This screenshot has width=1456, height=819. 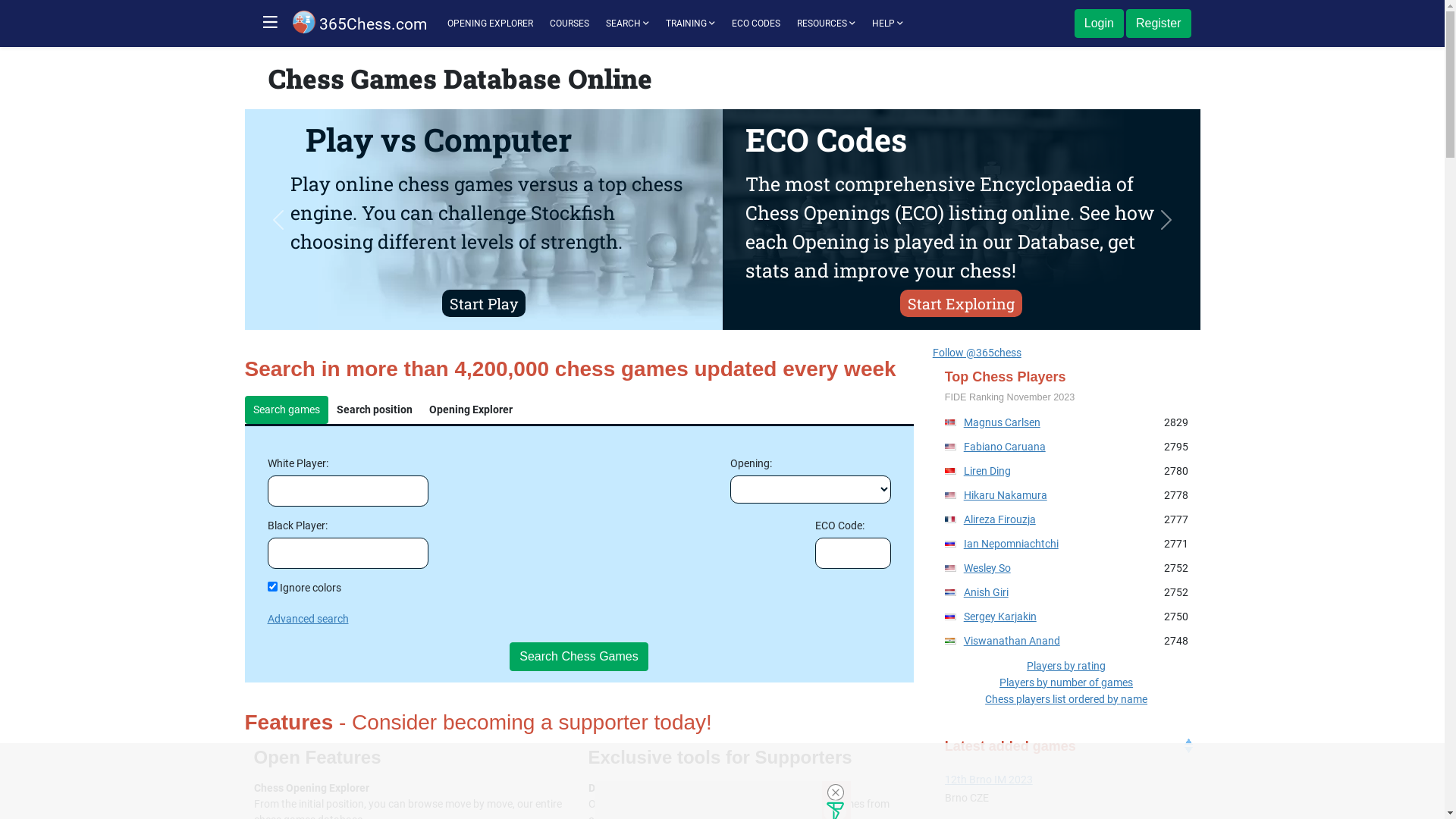 I want to click on '365Chess.com', so click(x=359, y=24).